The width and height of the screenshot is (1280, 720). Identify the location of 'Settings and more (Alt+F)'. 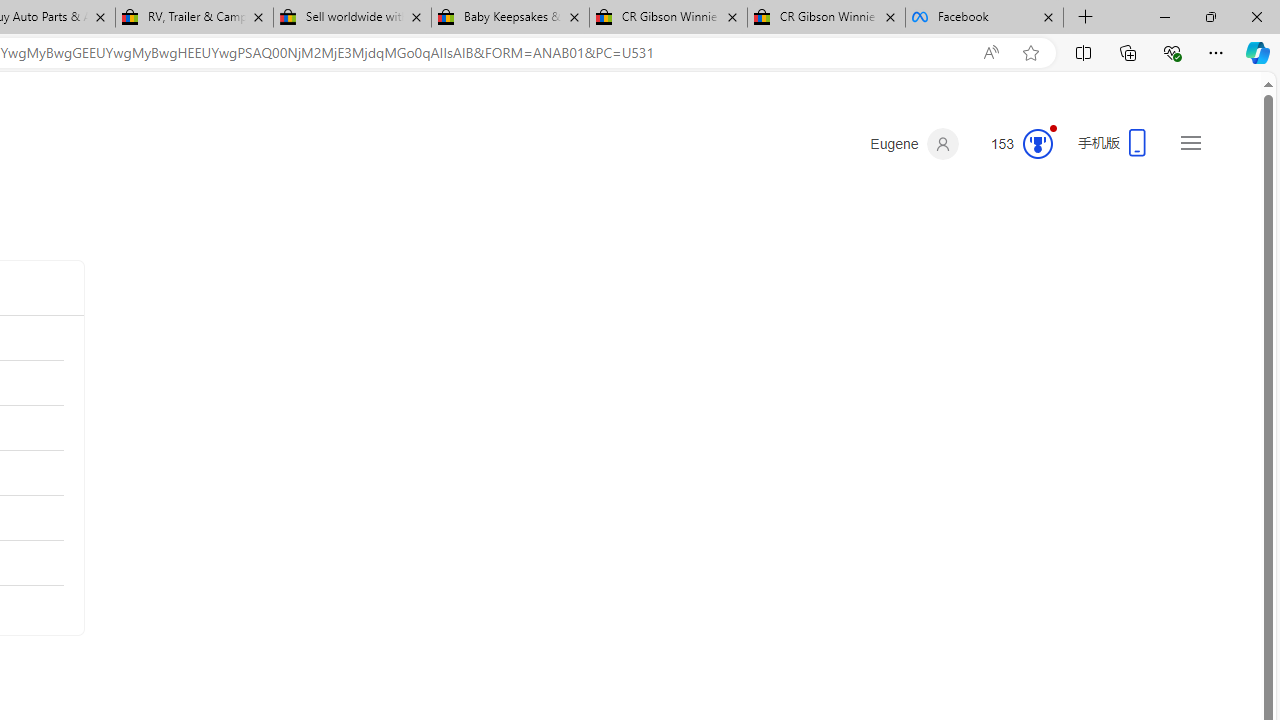
(1215, 51).